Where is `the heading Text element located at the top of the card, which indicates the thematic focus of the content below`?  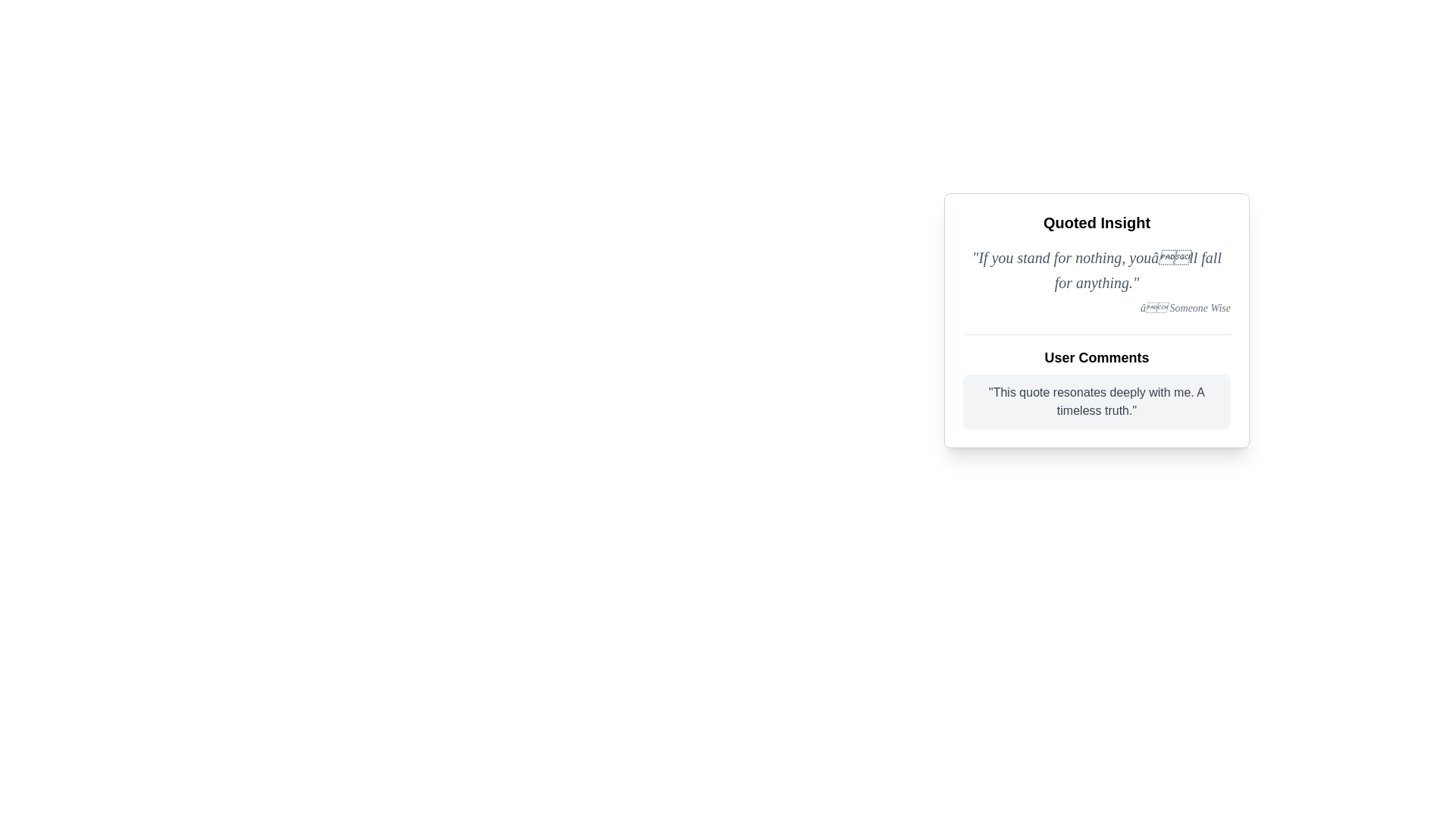 the heading Text element located at the top of the card, which indicates the thematic focus of the content below is located at coordinates (1097, 222).